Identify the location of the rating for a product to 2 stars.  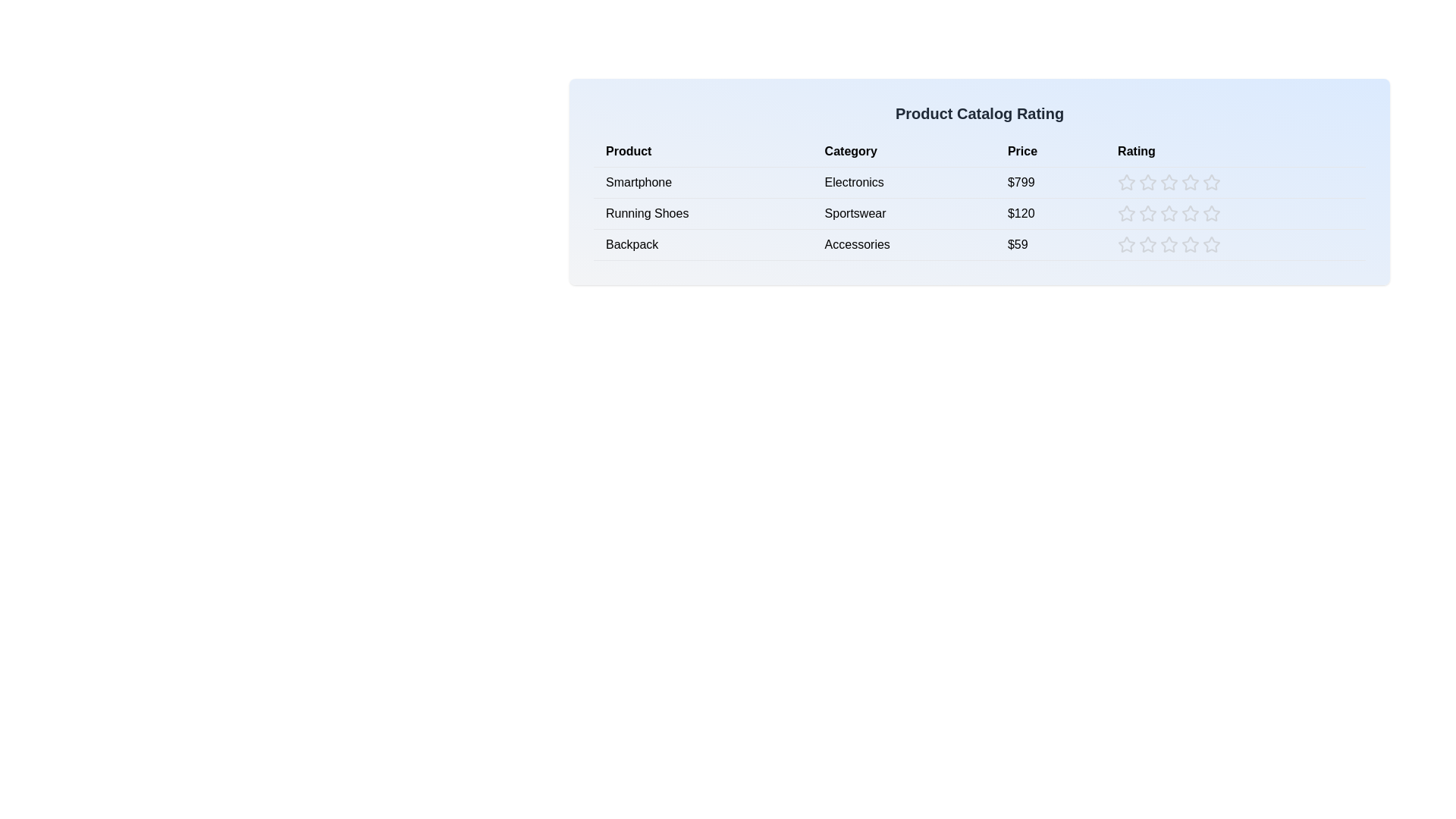
(1148, 181).